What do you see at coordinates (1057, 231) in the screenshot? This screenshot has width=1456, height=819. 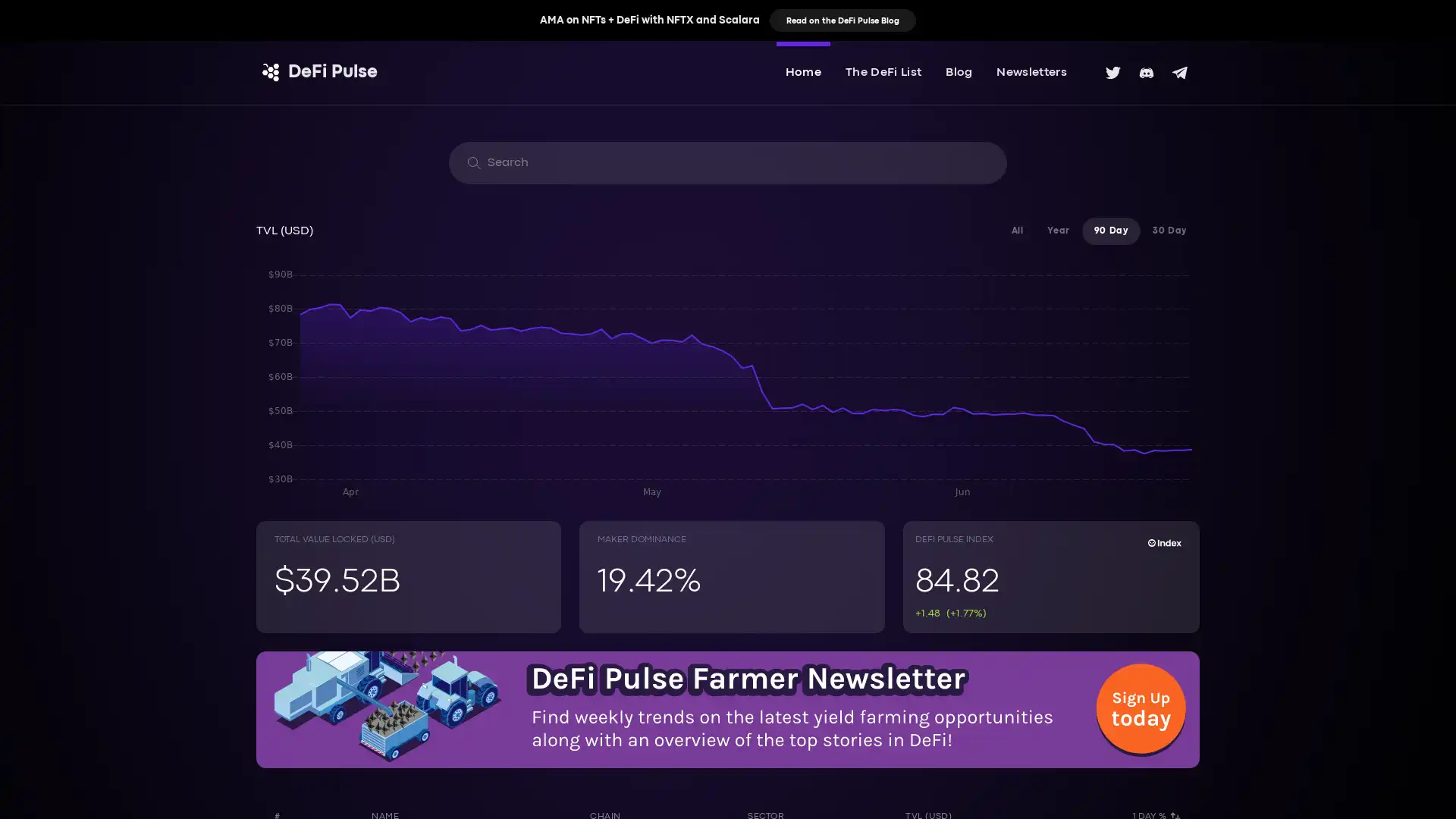 I see `Year` at bounding box center [1057, 231].